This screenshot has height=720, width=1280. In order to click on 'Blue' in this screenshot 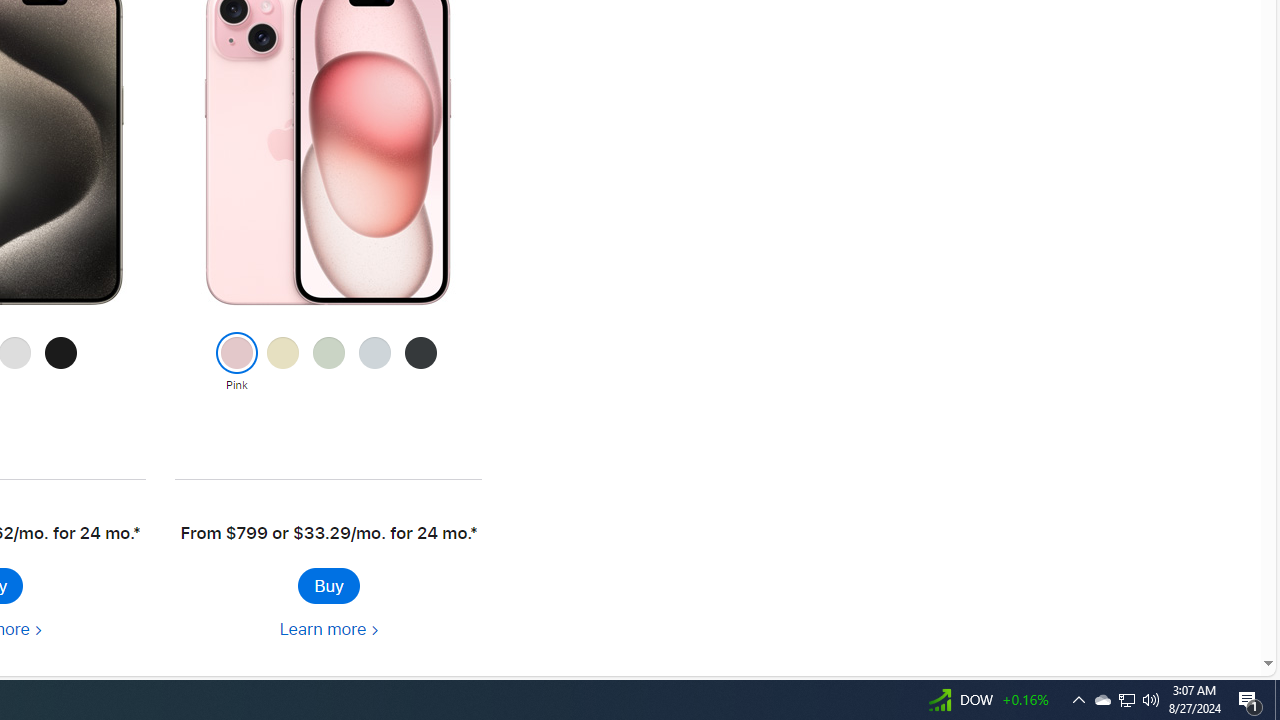, I will do `click(374, 363)`.